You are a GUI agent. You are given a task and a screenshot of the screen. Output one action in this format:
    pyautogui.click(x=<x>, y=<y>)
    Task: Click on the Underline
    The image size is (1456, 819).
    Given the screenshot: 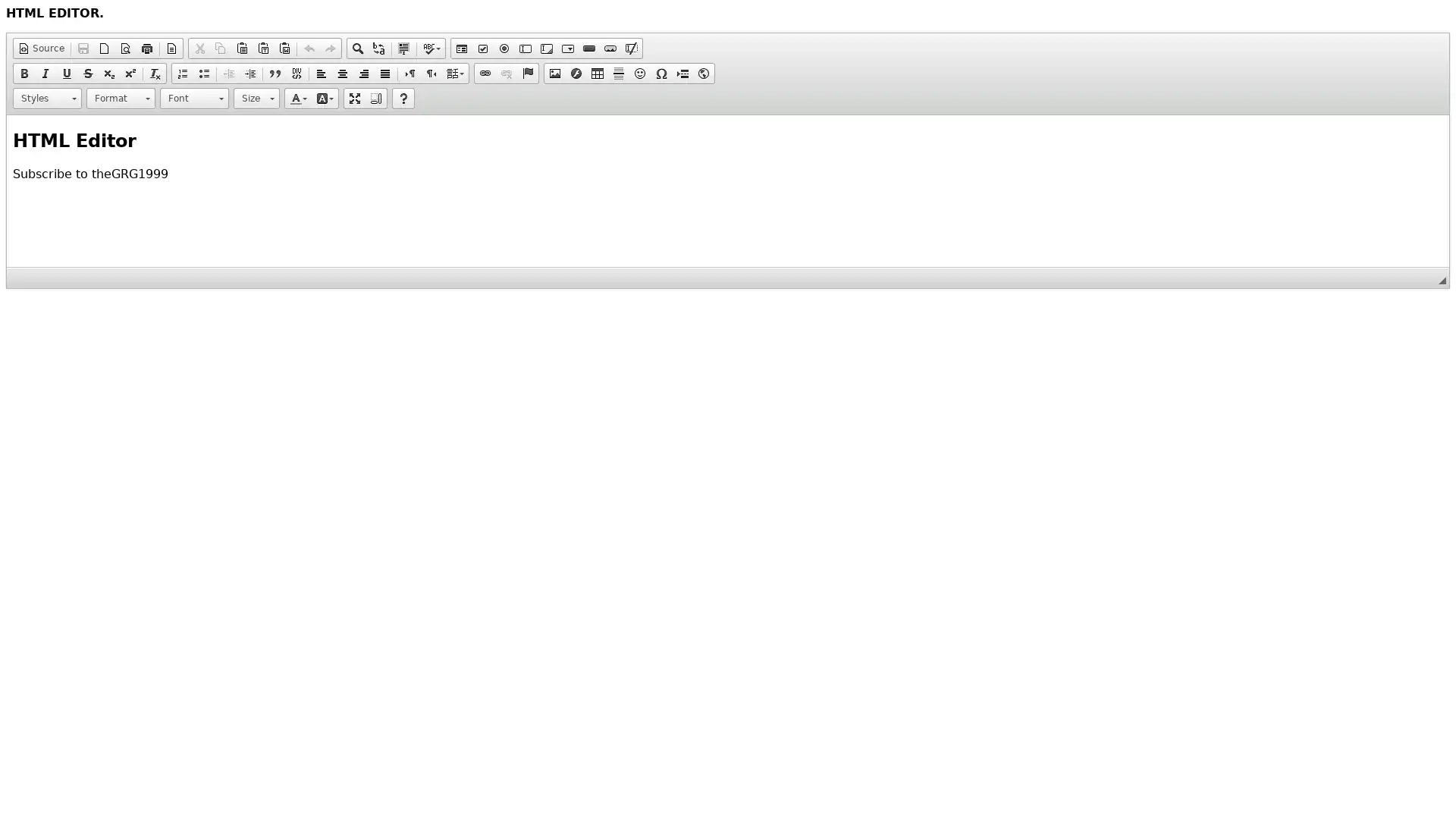 What is the action you would take?
    pyautogui.click(x=65, y=73)
    